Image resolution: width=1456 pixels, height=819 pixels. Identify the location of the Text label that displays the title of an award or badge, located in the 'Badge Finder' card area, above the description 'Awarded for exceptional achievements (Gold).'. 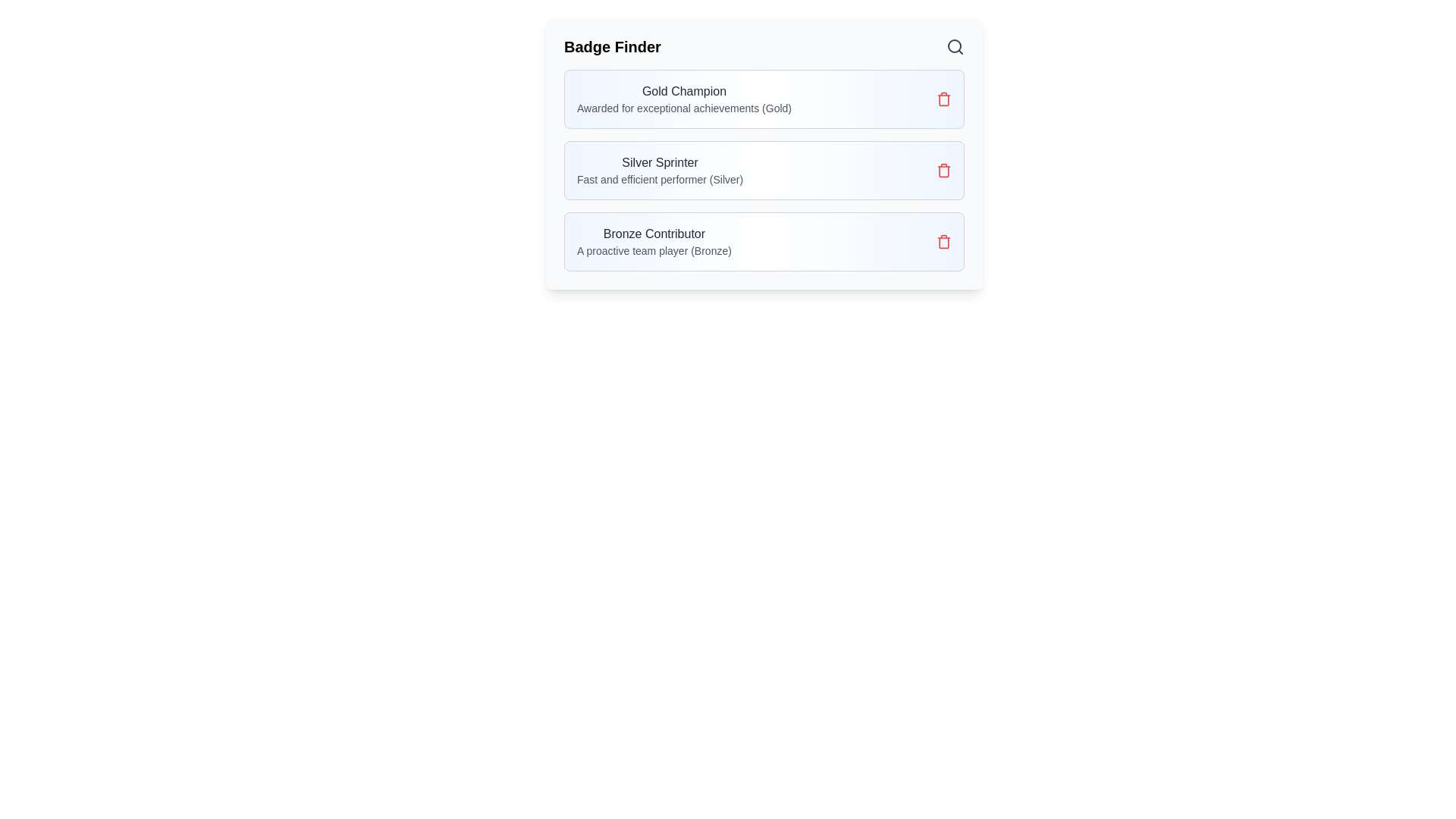
(683, 91).